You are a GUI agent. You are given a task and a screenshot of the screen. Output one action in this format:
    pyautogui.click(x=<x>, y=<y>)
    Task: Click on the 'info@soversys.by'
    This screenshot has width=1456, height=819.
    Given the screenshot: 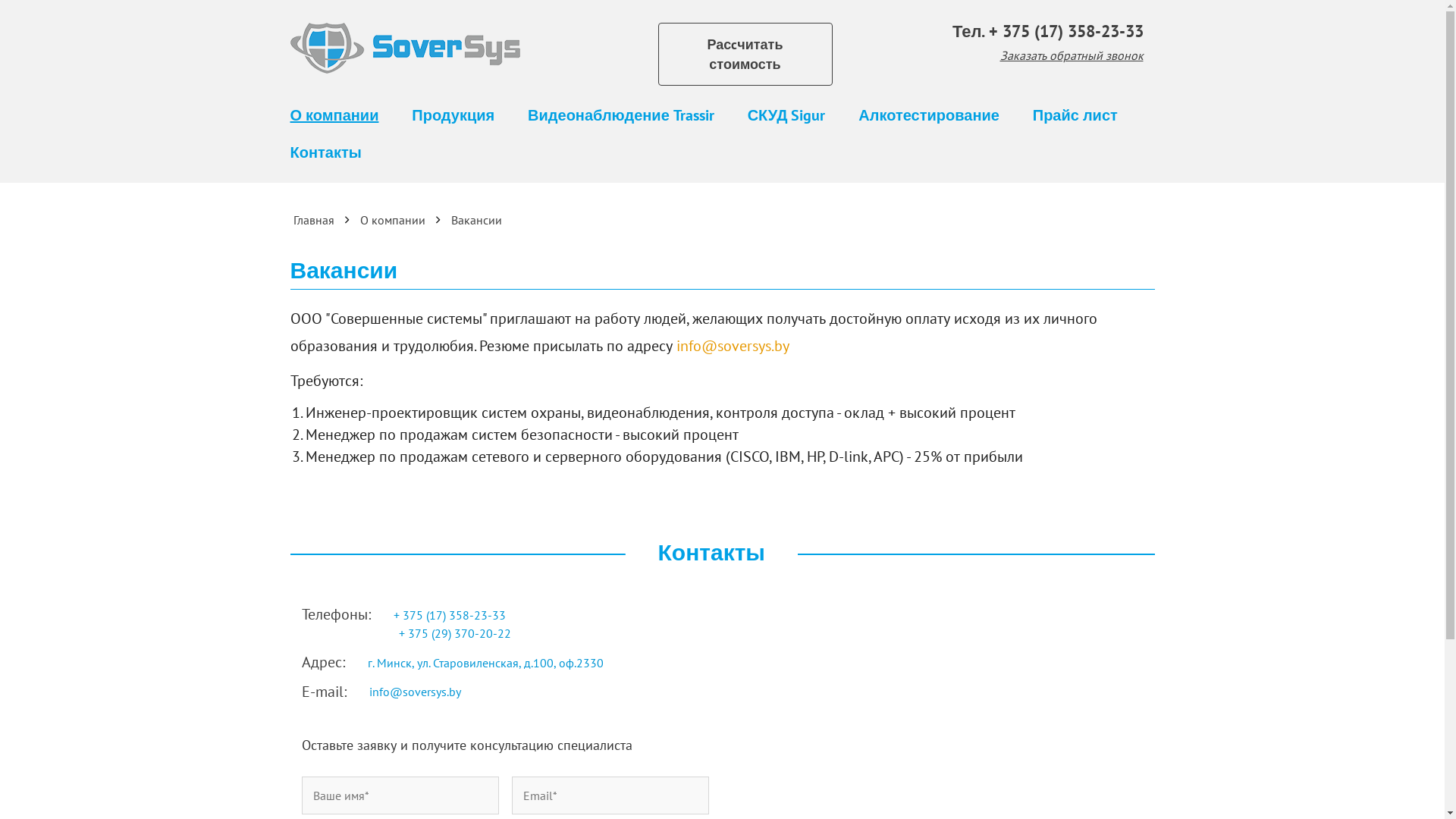 What is the action you would take?
    pyautogui.click(x=733, y=345)
    